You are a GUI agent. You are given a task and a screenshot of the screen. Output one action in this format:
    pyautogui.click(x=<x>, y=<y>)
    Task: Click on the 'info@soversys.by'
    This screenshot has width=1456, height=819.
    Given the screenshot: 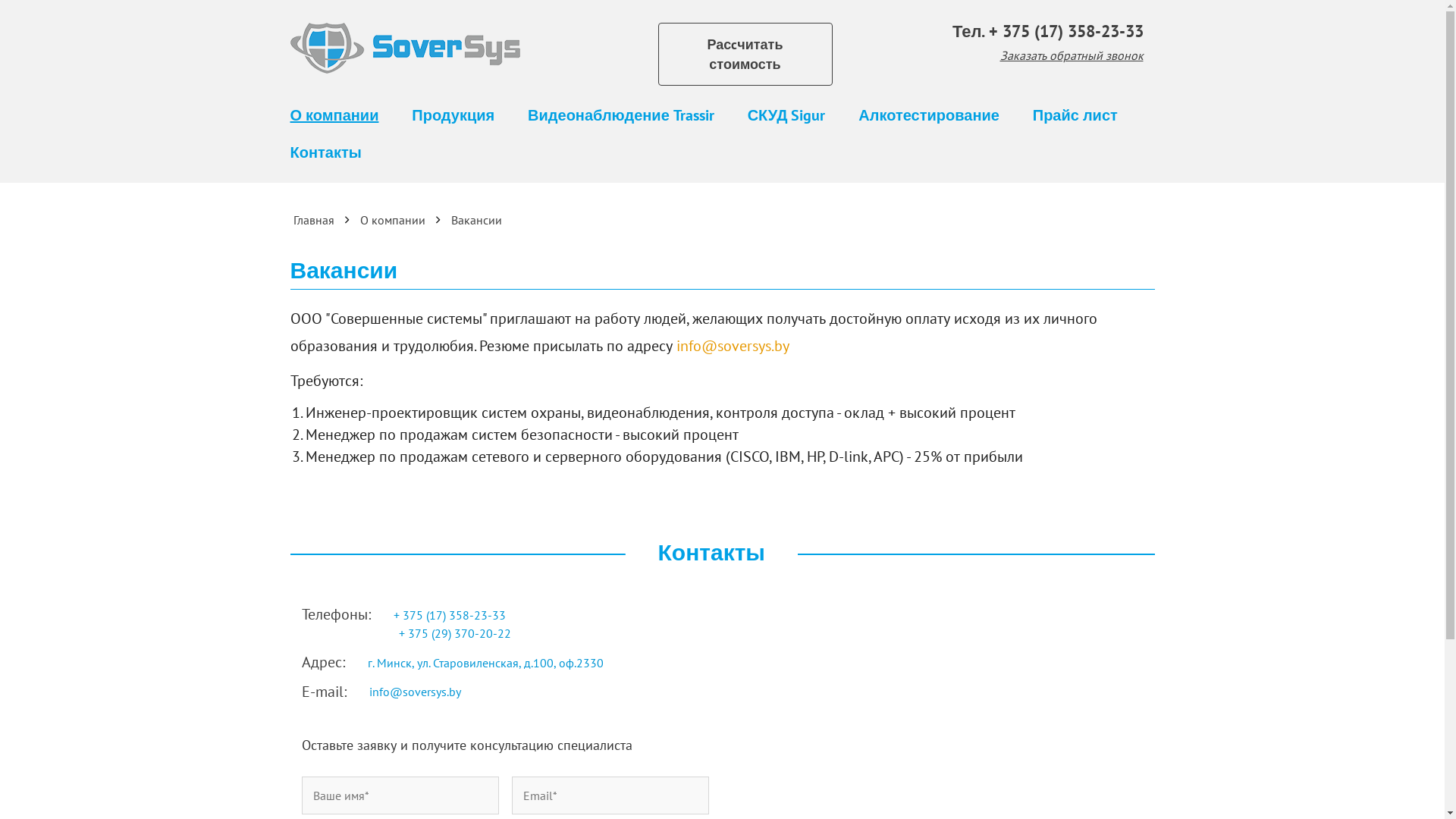 What is the action you would take?
    pyautogui.click(x=733, y=345)
    